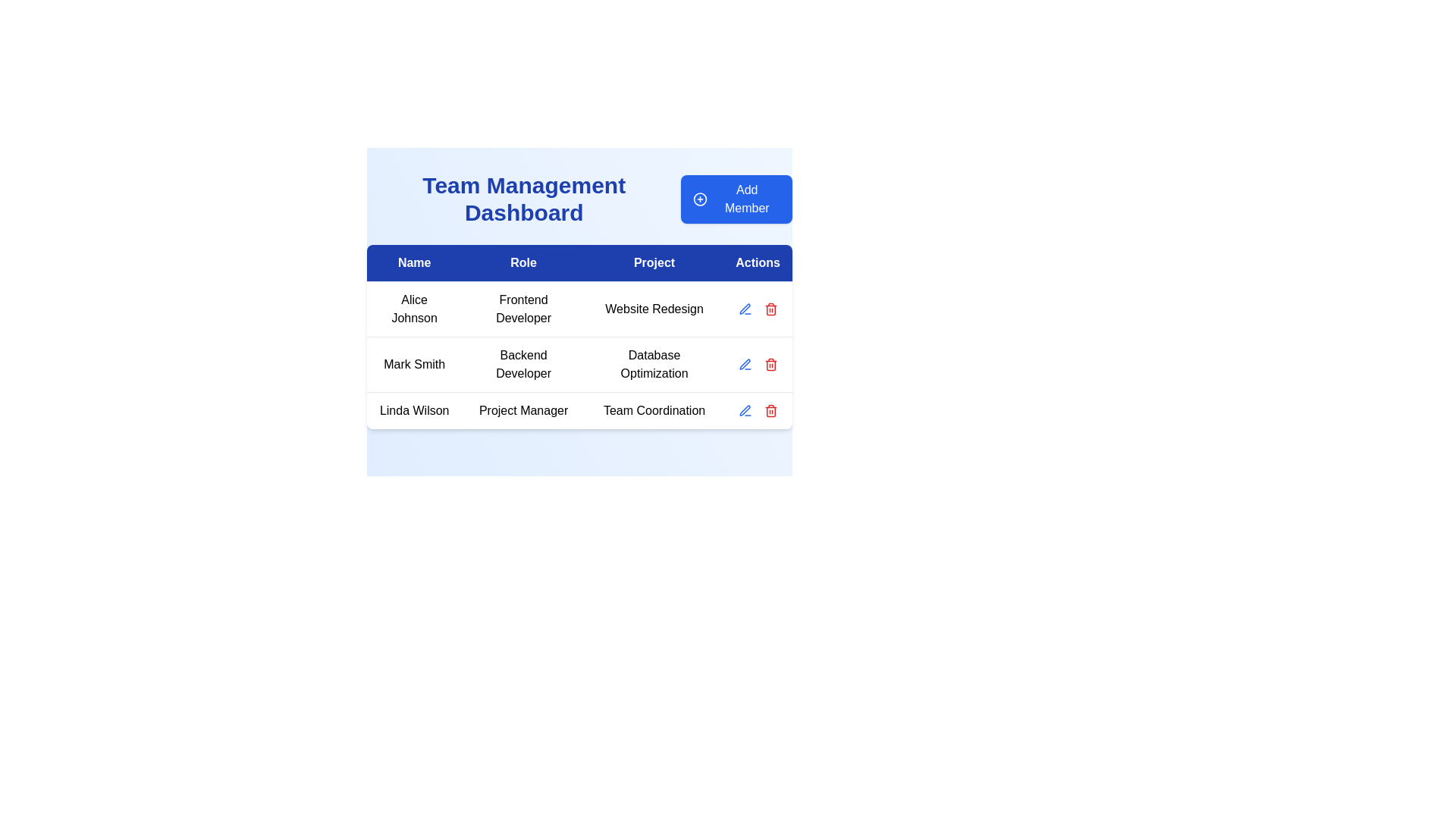  I want to click on the Text label that displays the name of the project associated with the corresponding person and role in the first row of the table under the 'Project' column, so click(654, 309).